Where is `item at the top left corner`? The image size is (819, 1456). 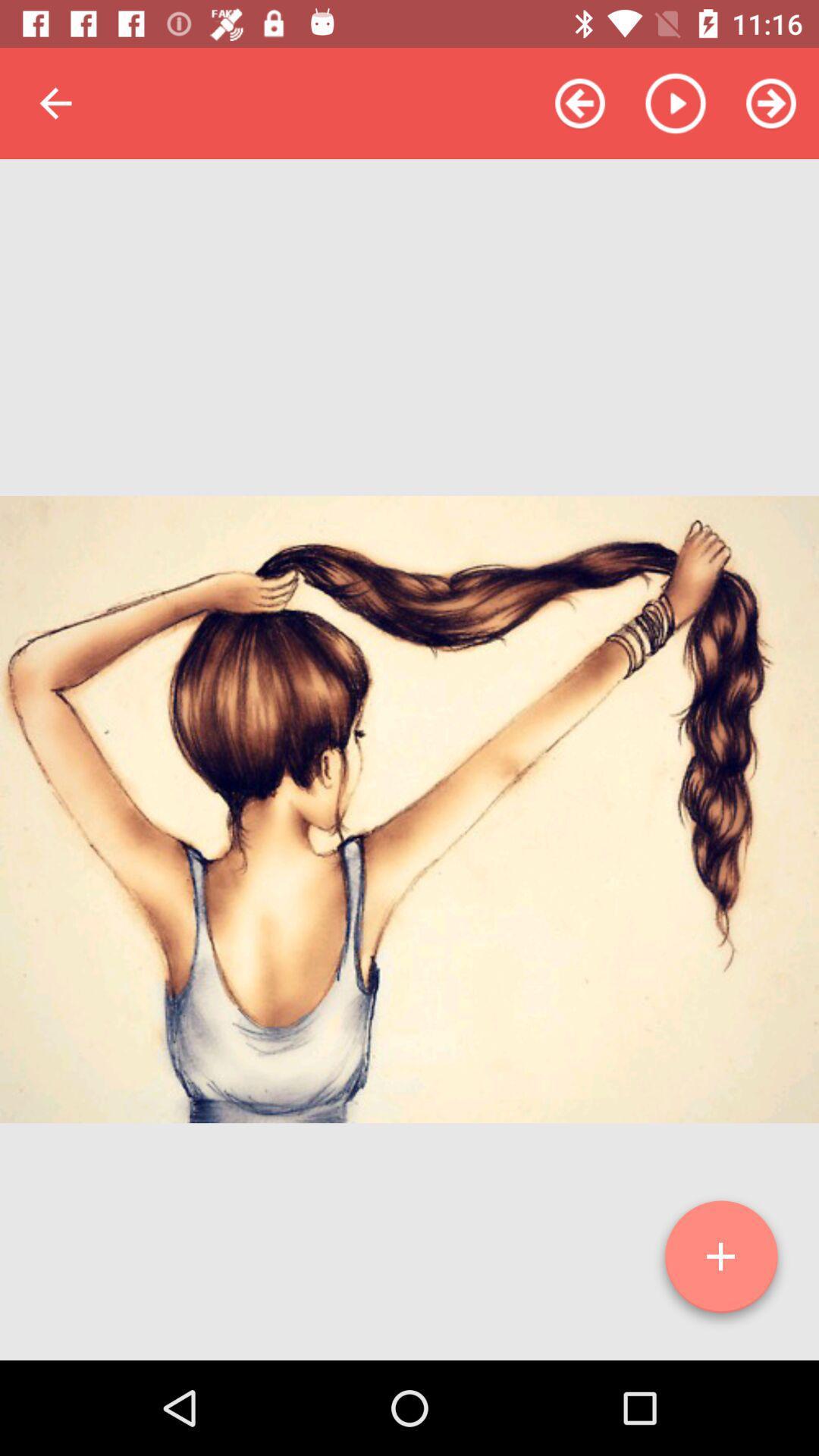 item at the top left corner is located at coordinates (55, 102).